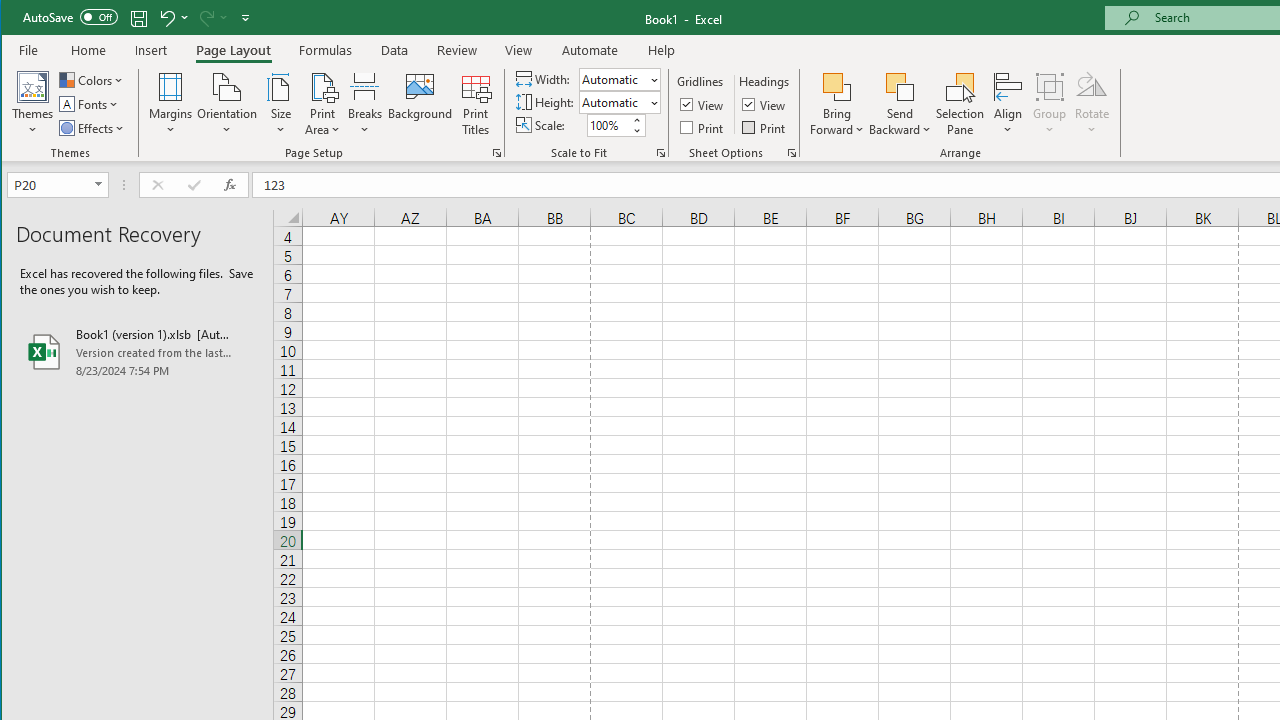 The image size is (1280, 720). What do you see at coordinates (764, 127) in the screenshot?
I see `'Print'` at bounding box center [764, 127].